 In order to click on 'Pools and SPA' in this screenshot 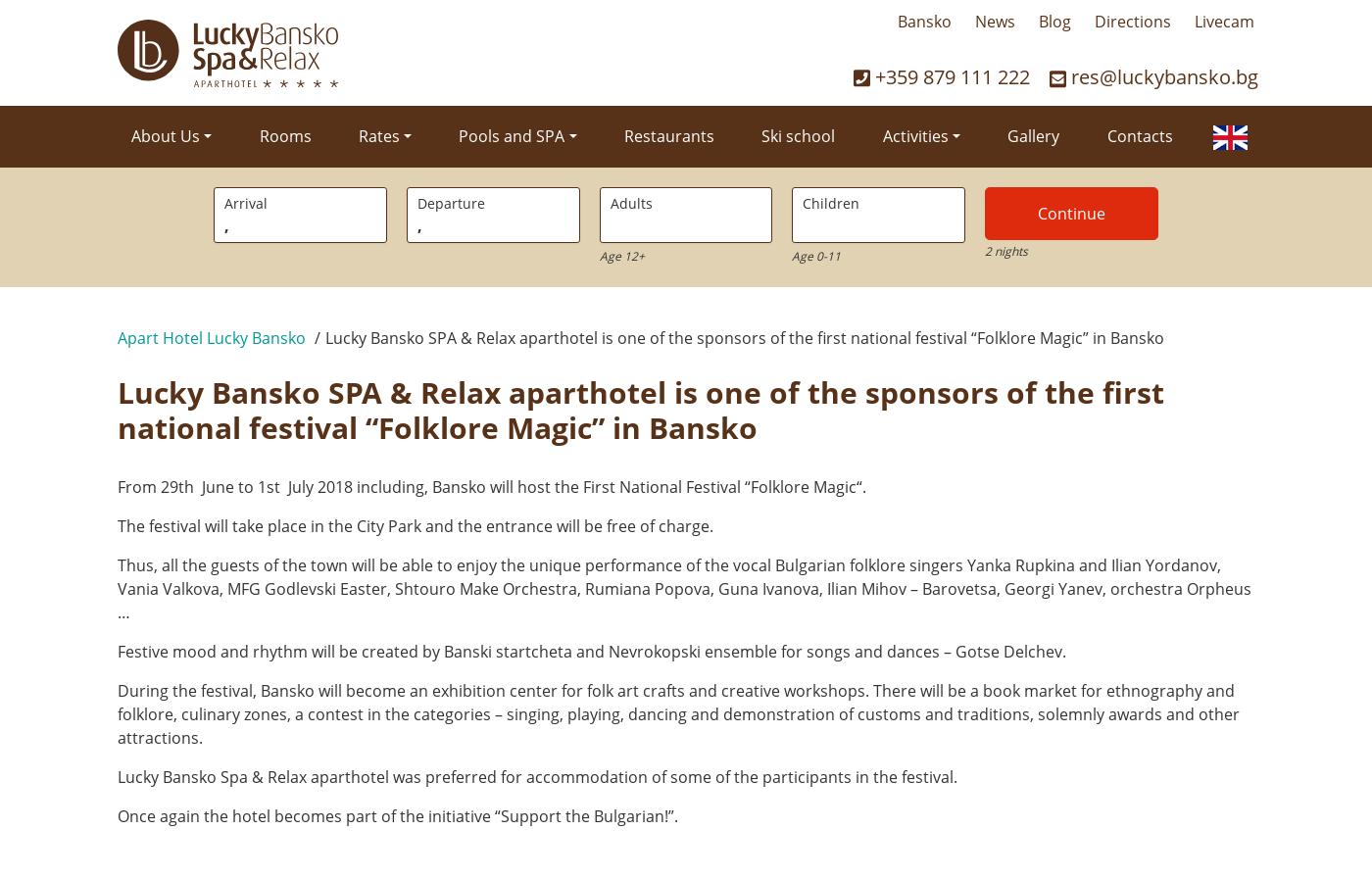, I will do `click(512, 135)`.